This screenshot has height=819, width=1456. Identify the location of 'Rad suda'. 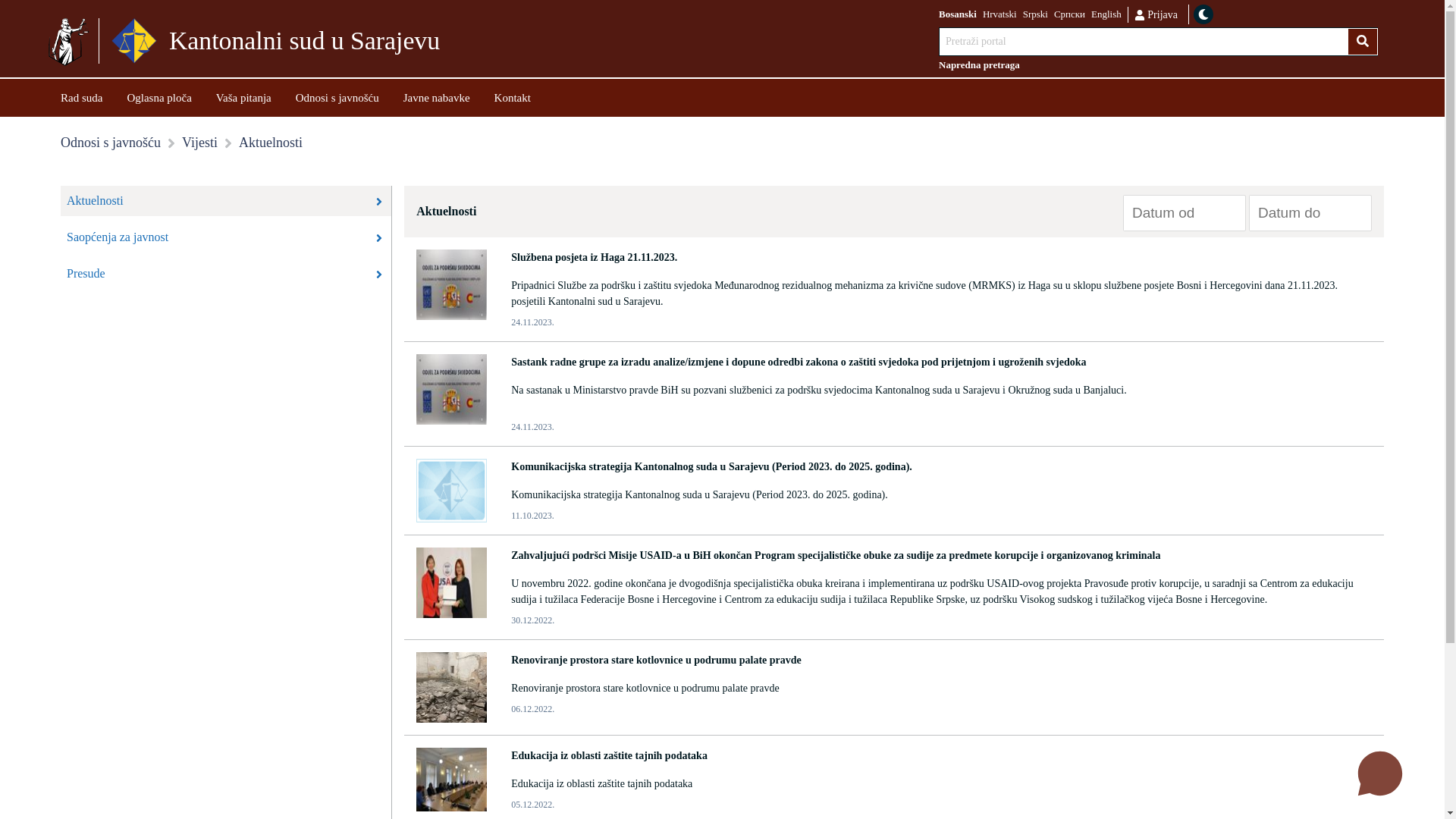
(48, 97).